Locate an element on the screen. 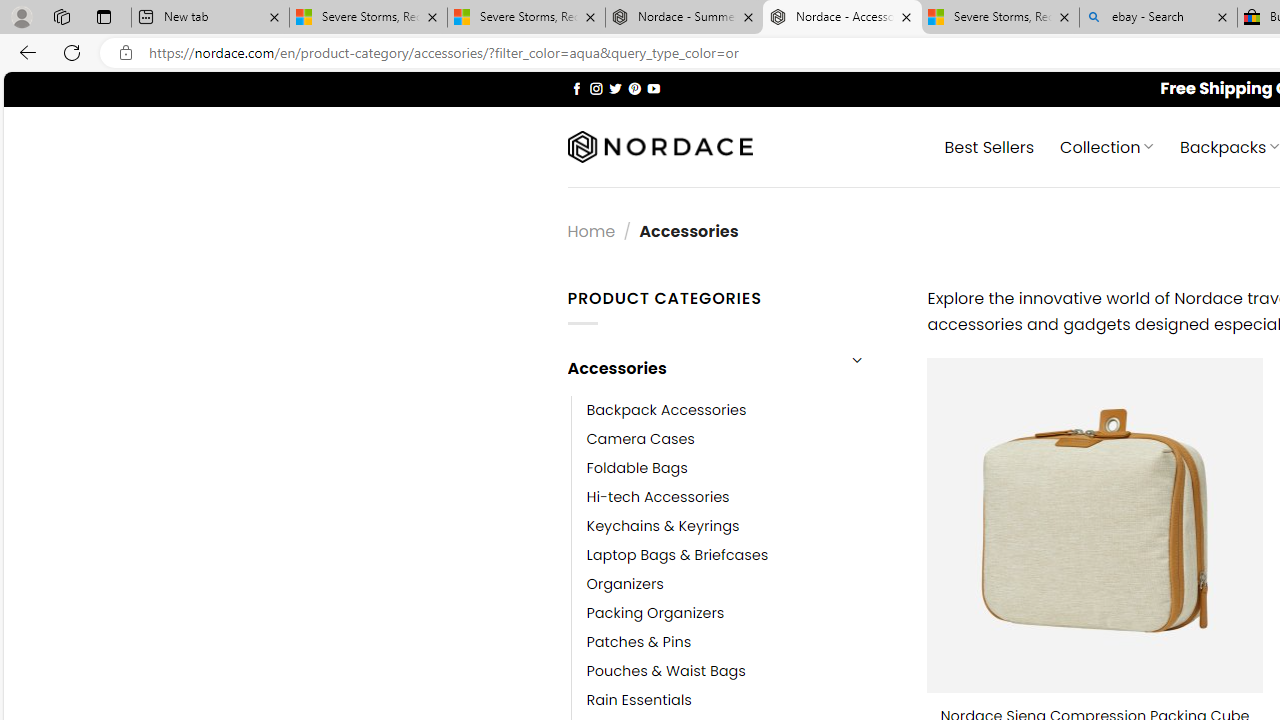 The image size is (1280, 720). 'Laptop Bags & Briefcases' is located at coordinates (677, 555).